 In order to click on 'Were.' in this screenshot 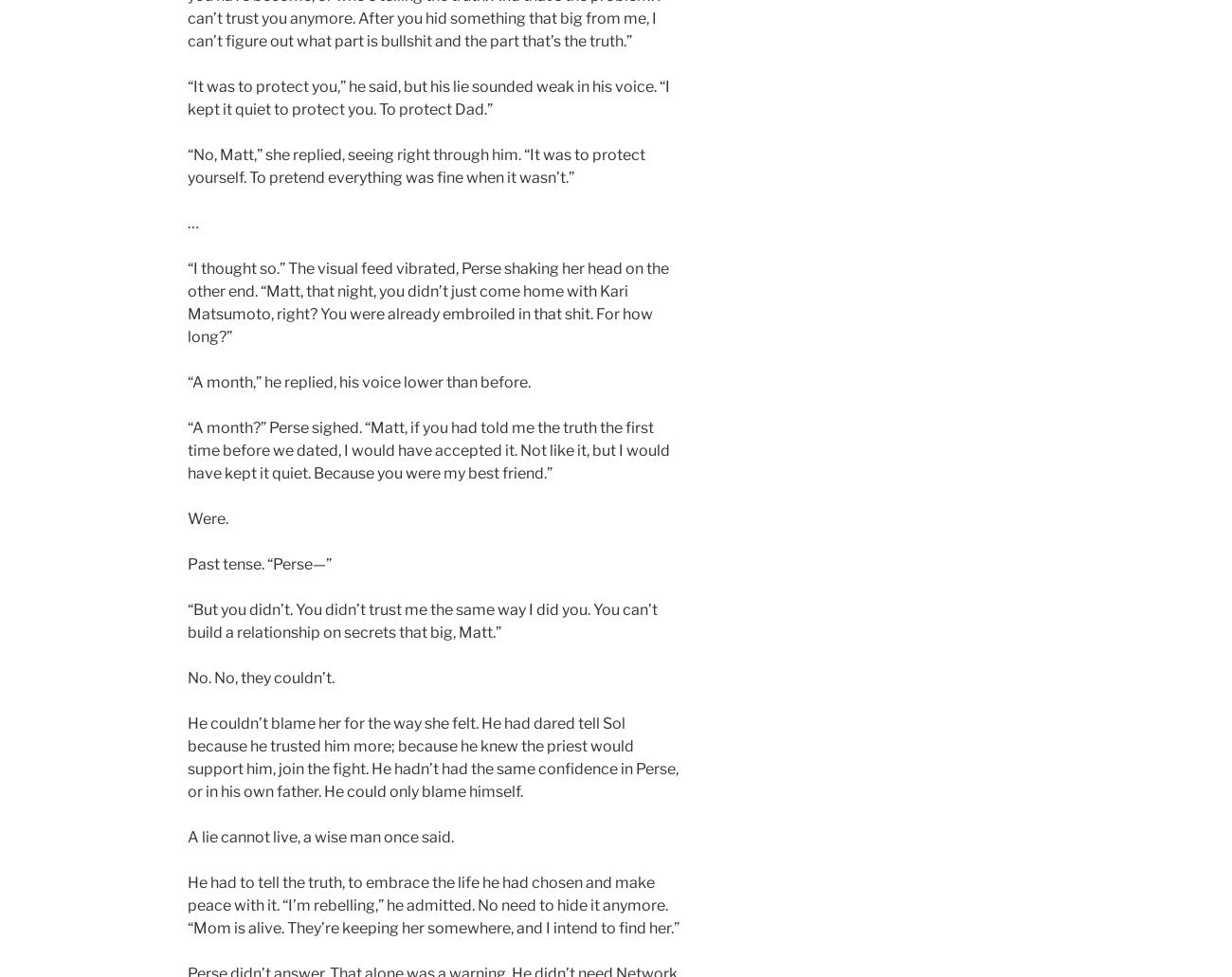, I will do `click(207, 517)`.